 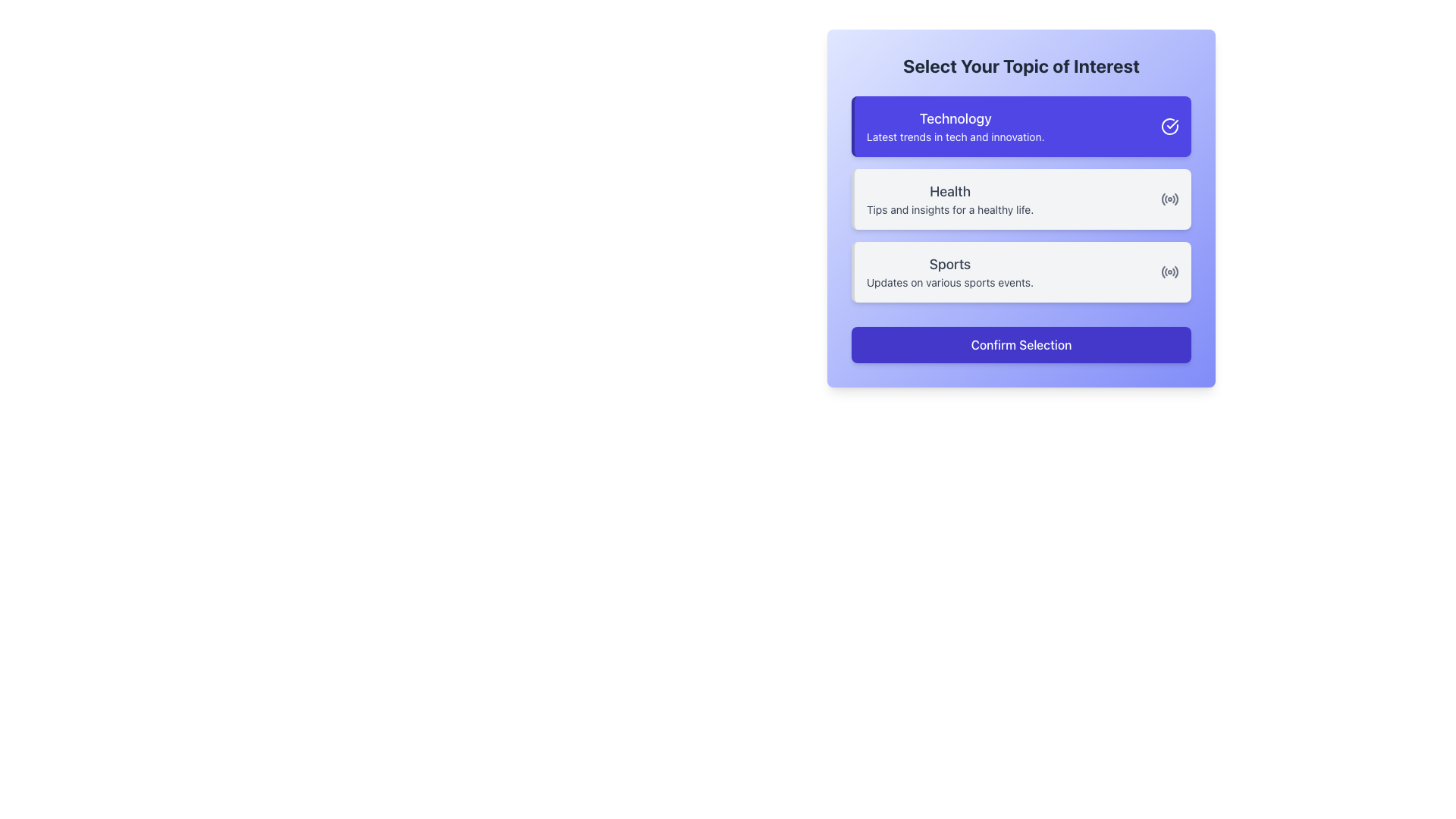 I want to click on the text label displaying 'Updates on various sports events.' located beneath the 'Sports' headline, so click(x=949, y=283).